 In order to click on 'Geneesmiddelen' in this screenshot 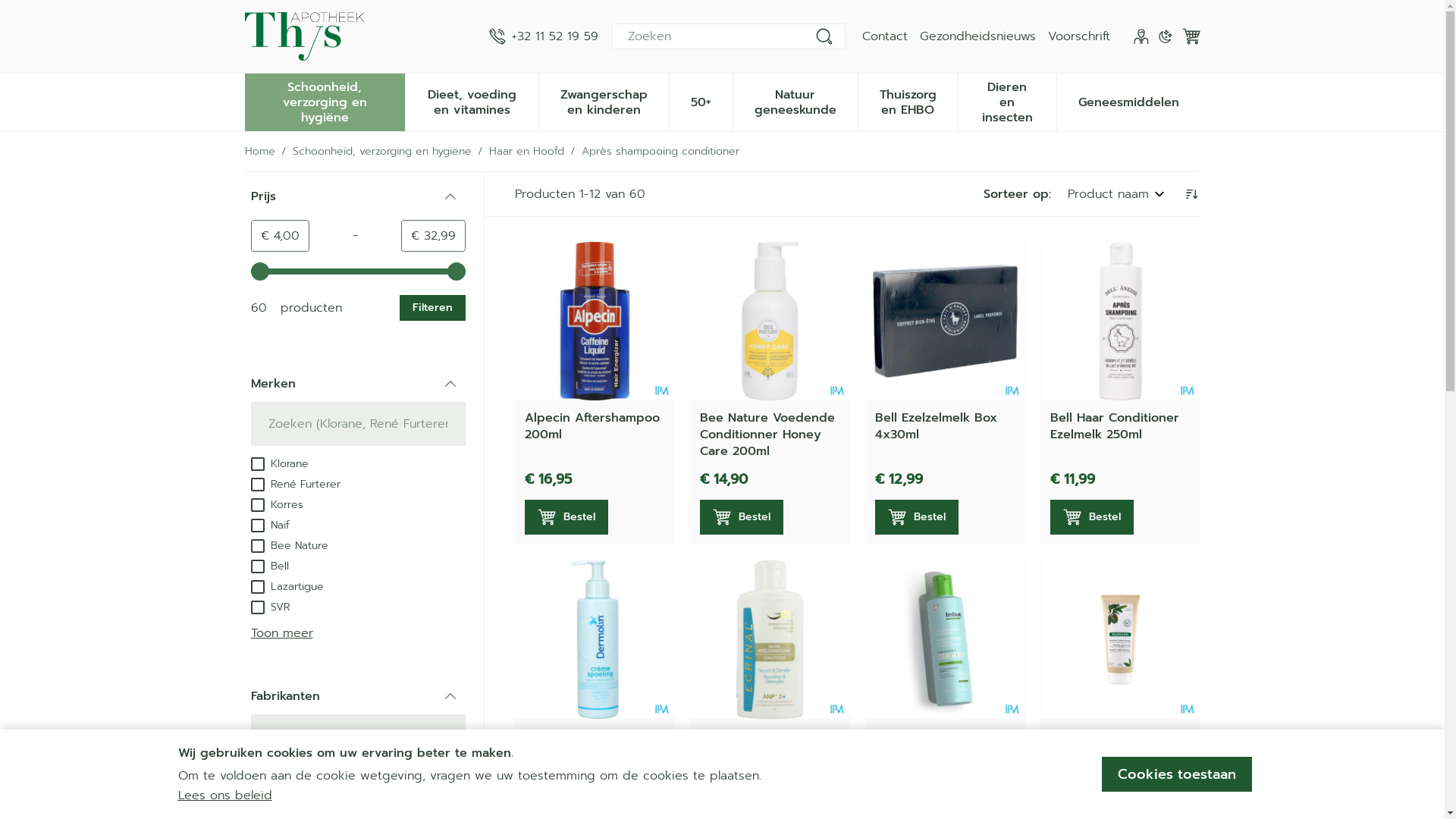, I will do `click(1056, 100)`.